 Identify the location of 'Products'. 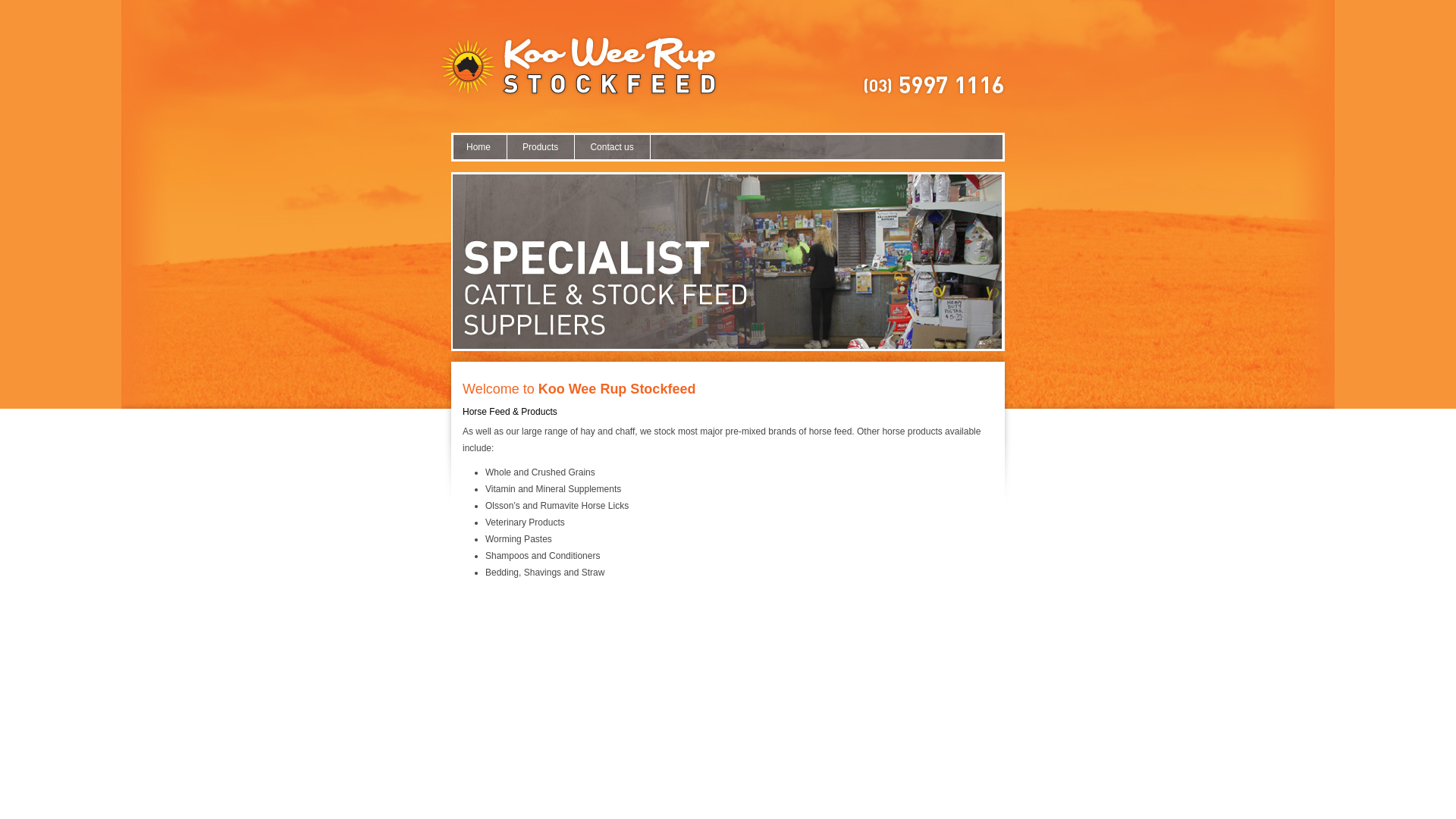
(541, 146).